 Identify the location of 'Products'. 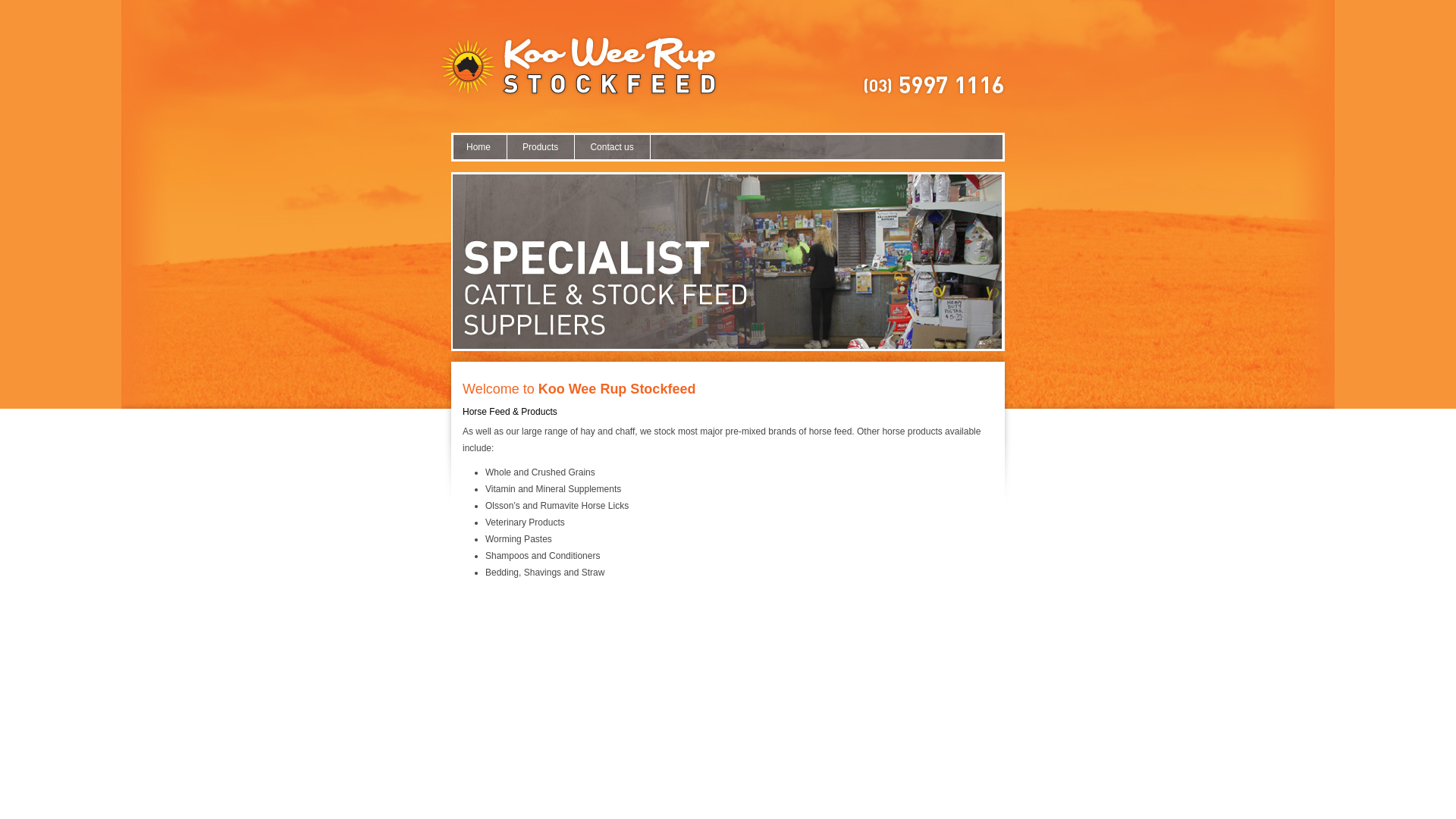
(541, 146).